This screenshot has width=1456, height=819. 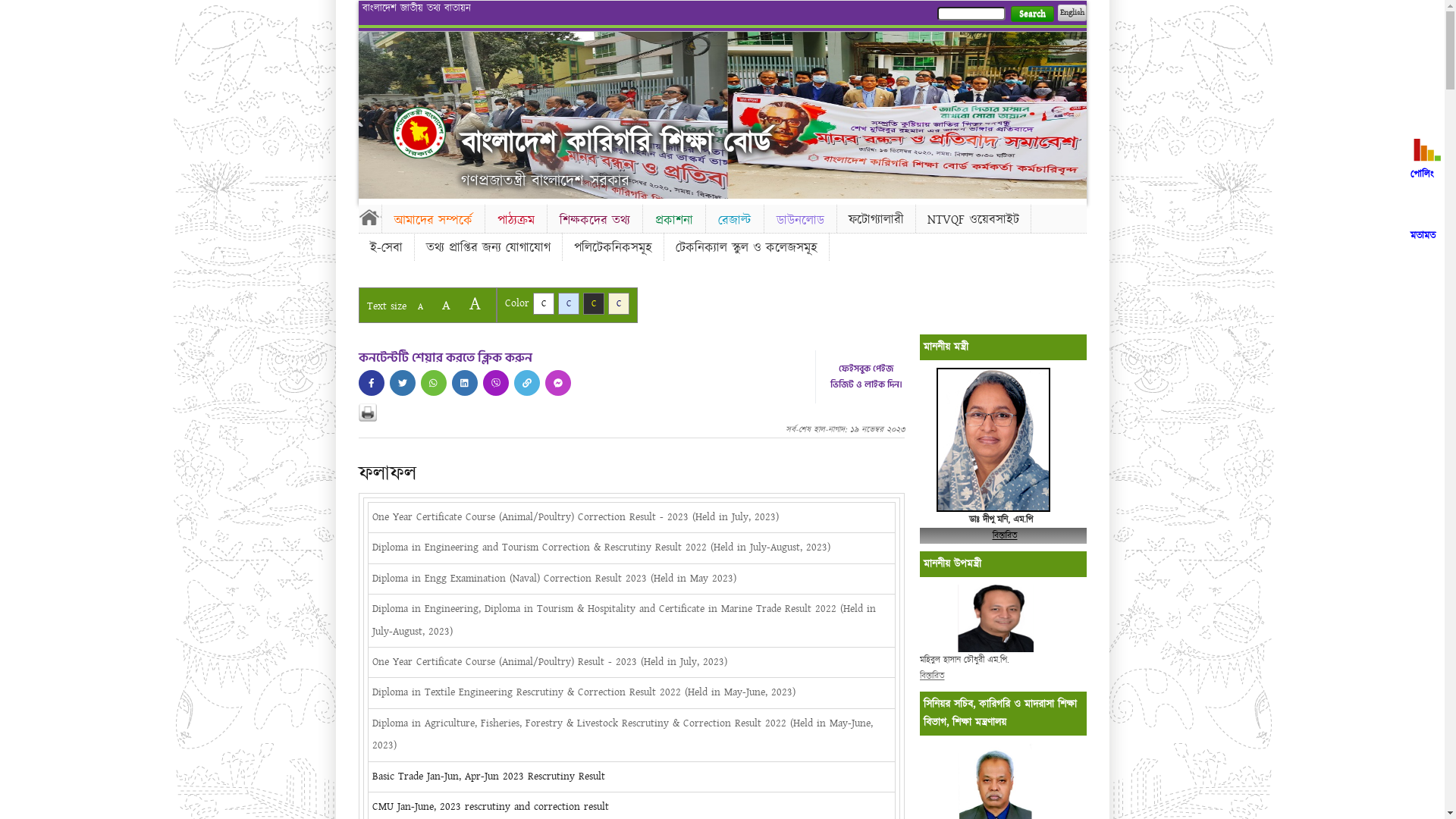 I want to click on 'A', so click(x=419, y=306).